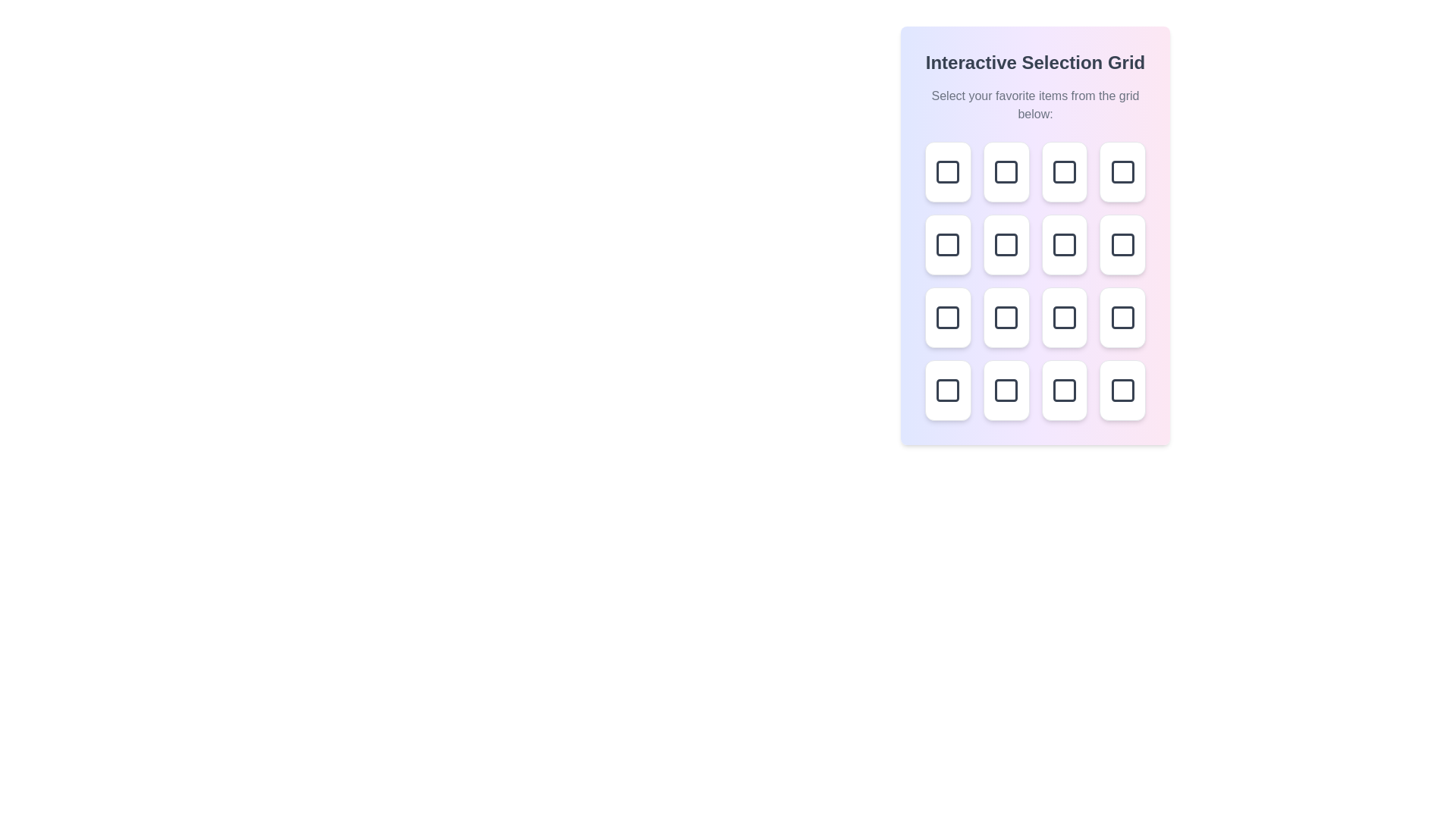 The height and width of the screenshot is (819, 1456). What do you see at coordinates (1006, 317) in the screenshot?
I see `the graphical vector component, an SVG-based styled rectangle with rounded corners, located in the third row and second column of the grid` at bounding box center [1006, 317].